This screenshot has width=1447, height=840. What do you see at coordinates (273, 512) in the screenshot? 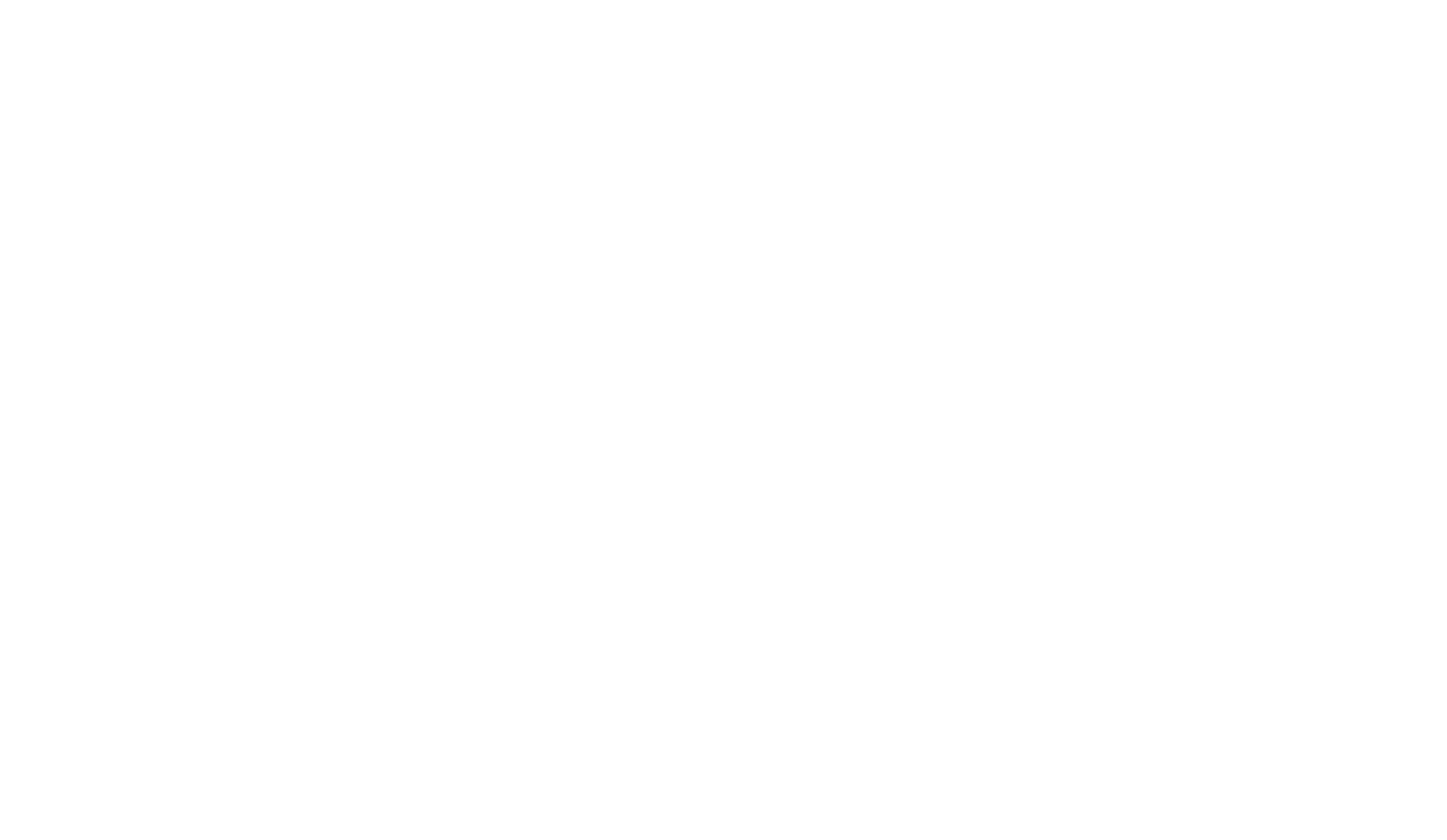
I see `'Spotted par Celinethilda'` at bounding box center [273, 512].